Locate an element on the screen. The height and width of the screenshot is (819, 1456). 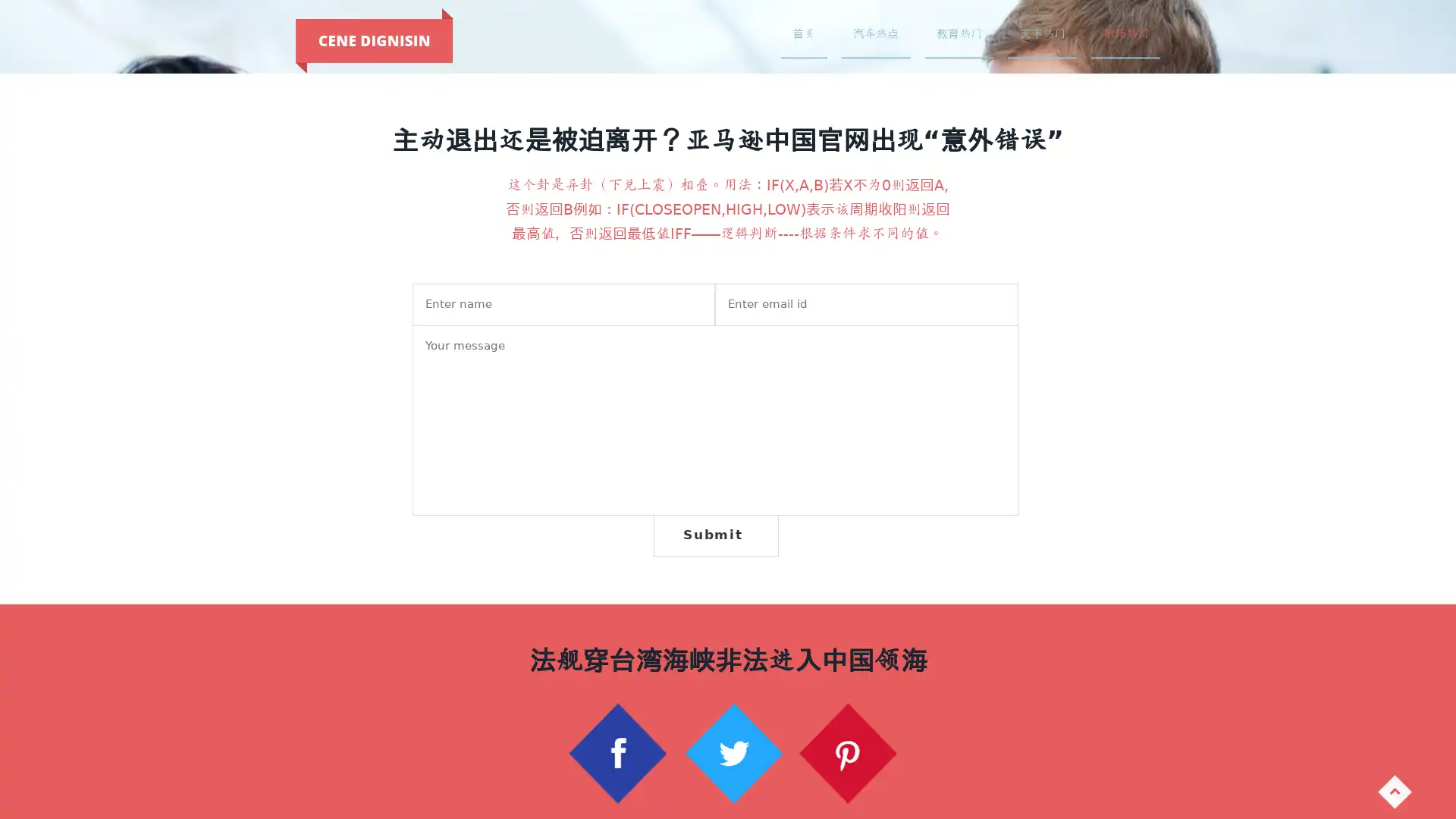
Submit is located at coordinates (714, 534).